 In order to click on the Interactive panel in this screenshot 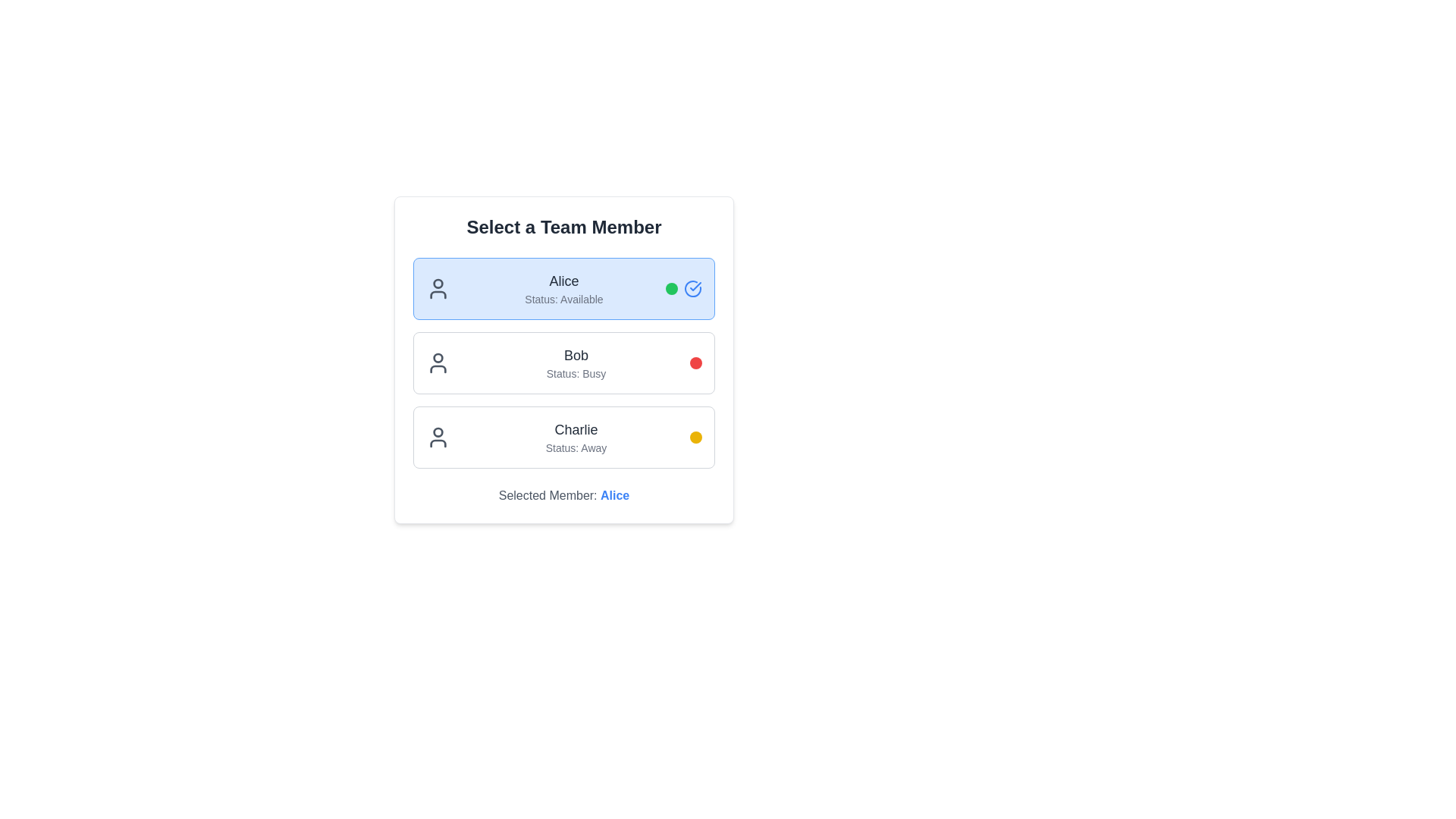, I will do `click(563, 359)`.